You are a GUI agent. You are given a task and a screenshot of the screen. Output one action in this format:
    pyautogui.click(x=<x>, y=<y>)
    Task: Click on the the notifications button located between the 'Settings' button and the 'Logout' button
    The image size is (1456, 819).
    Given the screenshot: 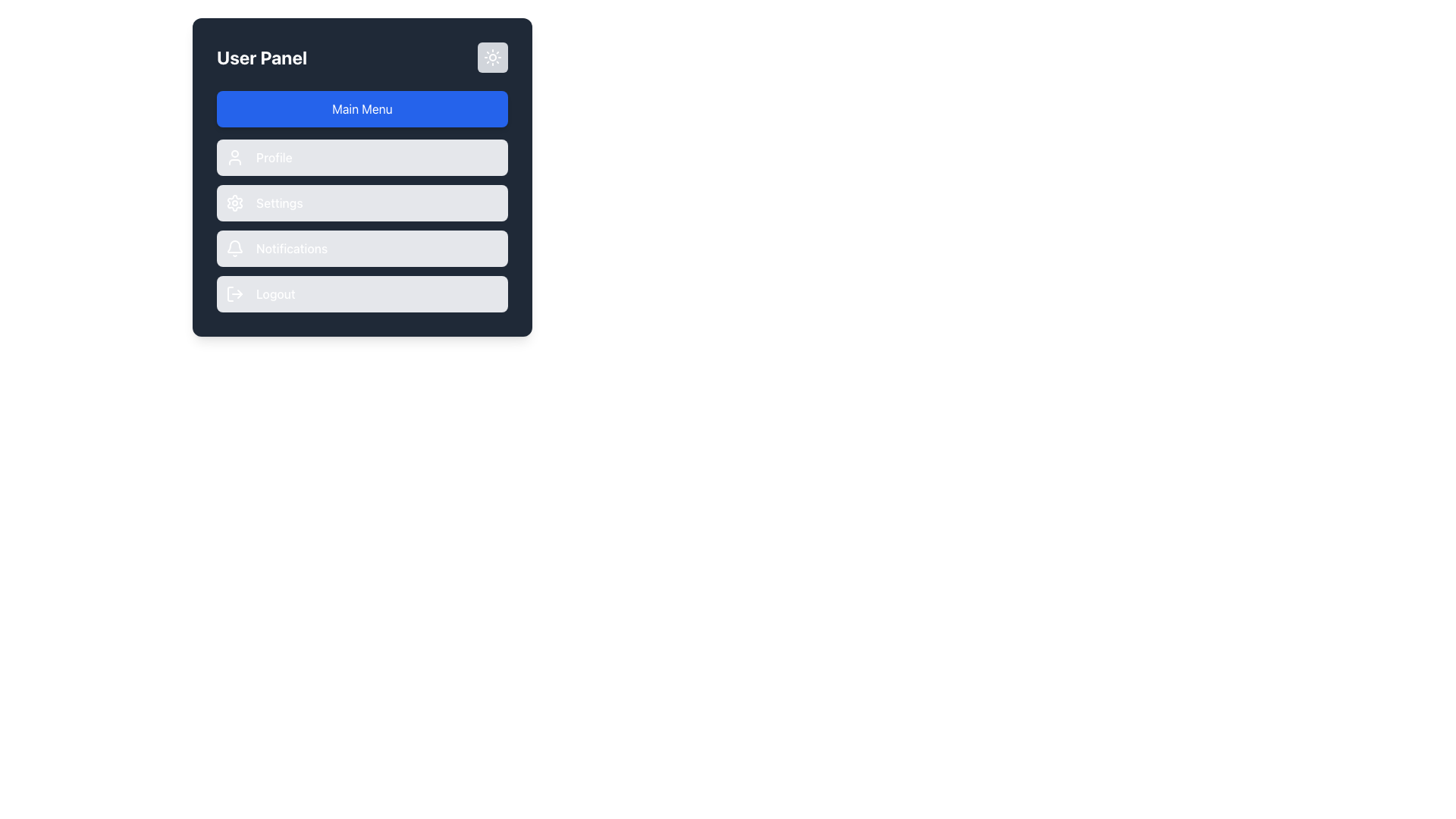 What is the action you would take?
    pyautogui.click(x=362, y=247)
    